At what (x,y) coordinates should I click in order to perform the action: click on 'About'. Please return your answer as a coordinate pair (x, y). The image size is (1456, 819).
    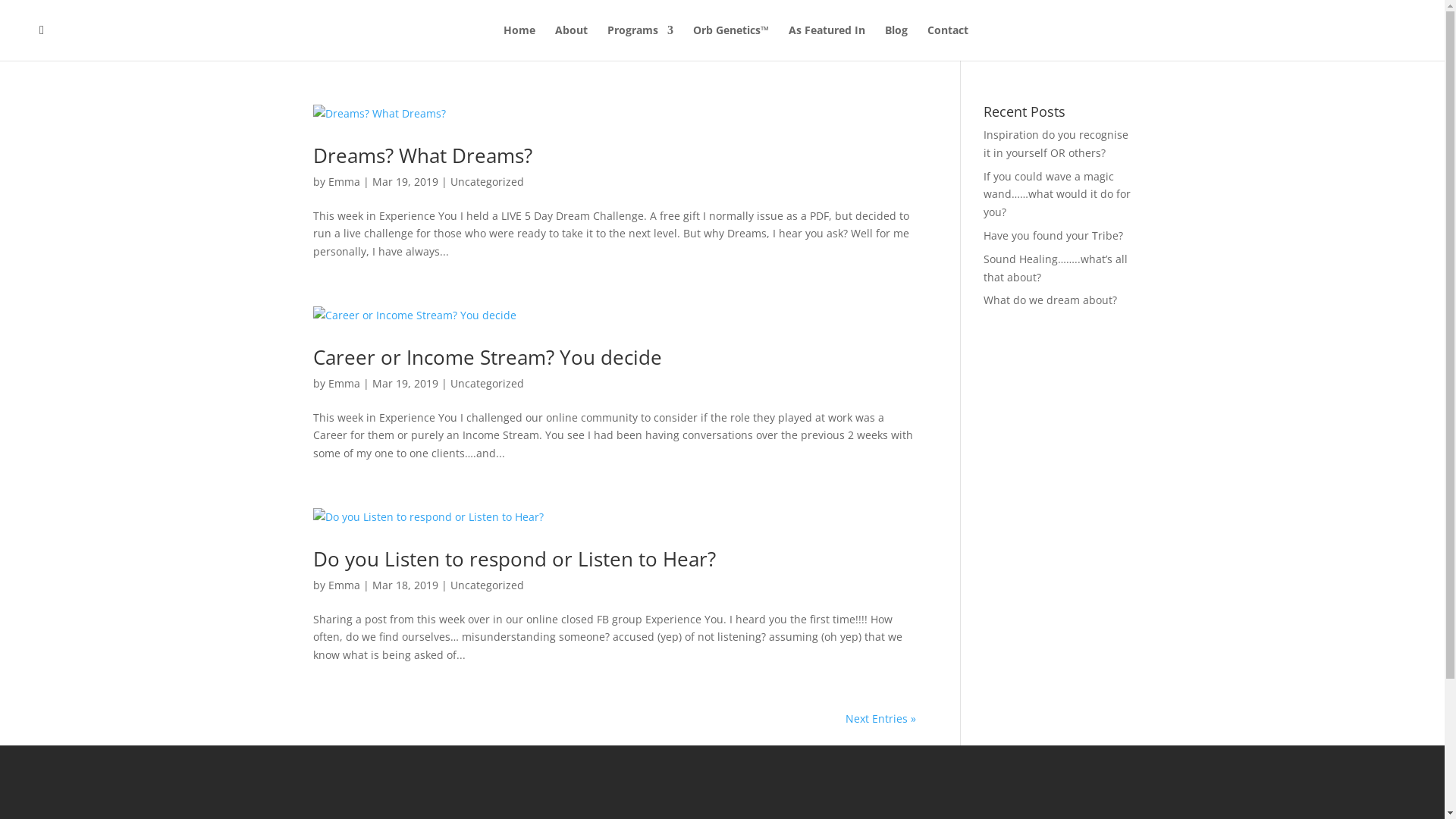
    Looking at the image, I should click on (570, 42).